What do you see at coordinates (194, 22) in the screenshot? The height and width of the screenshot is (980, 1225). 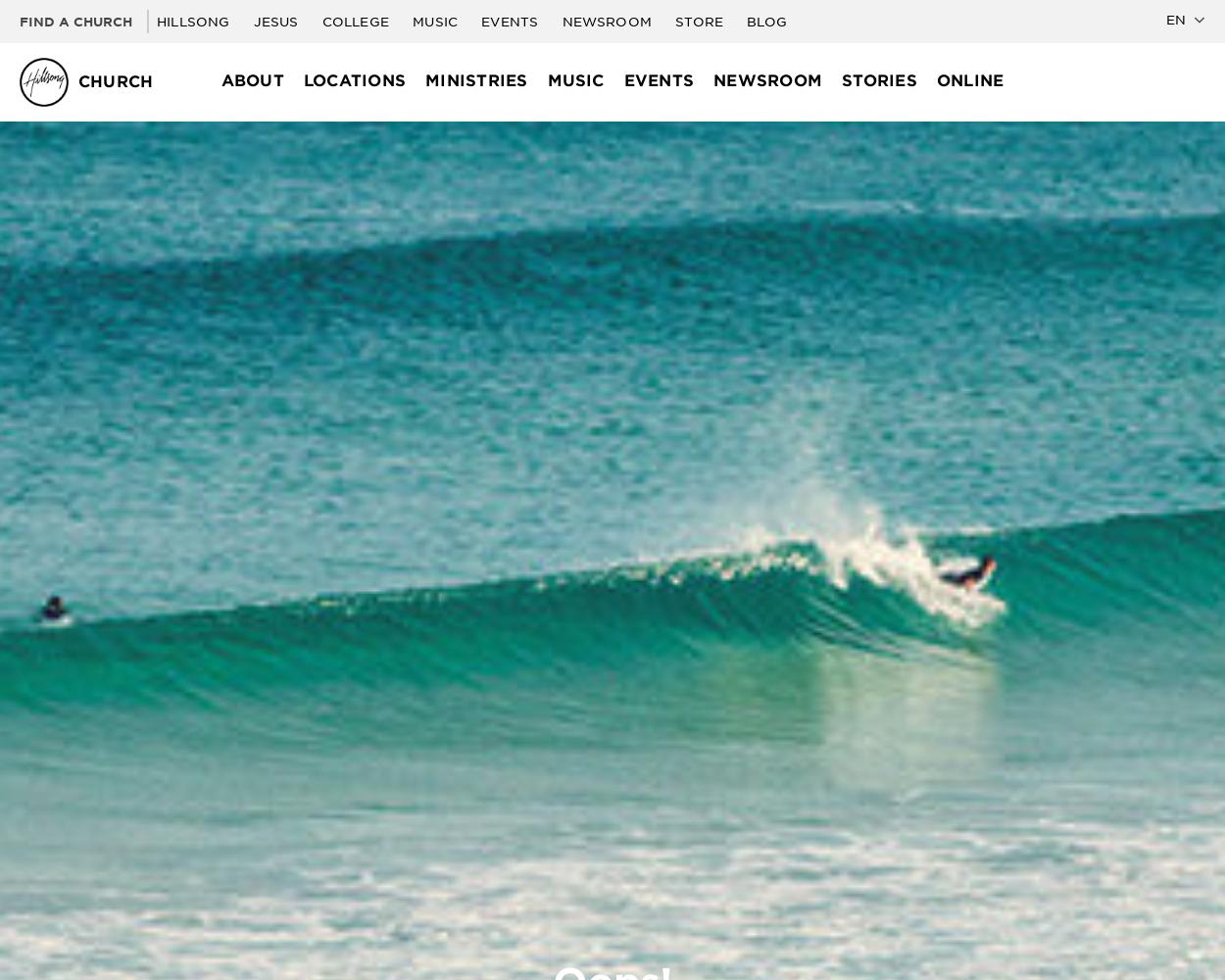 I see `'Hillsong'` at bounding box center [194, 22].